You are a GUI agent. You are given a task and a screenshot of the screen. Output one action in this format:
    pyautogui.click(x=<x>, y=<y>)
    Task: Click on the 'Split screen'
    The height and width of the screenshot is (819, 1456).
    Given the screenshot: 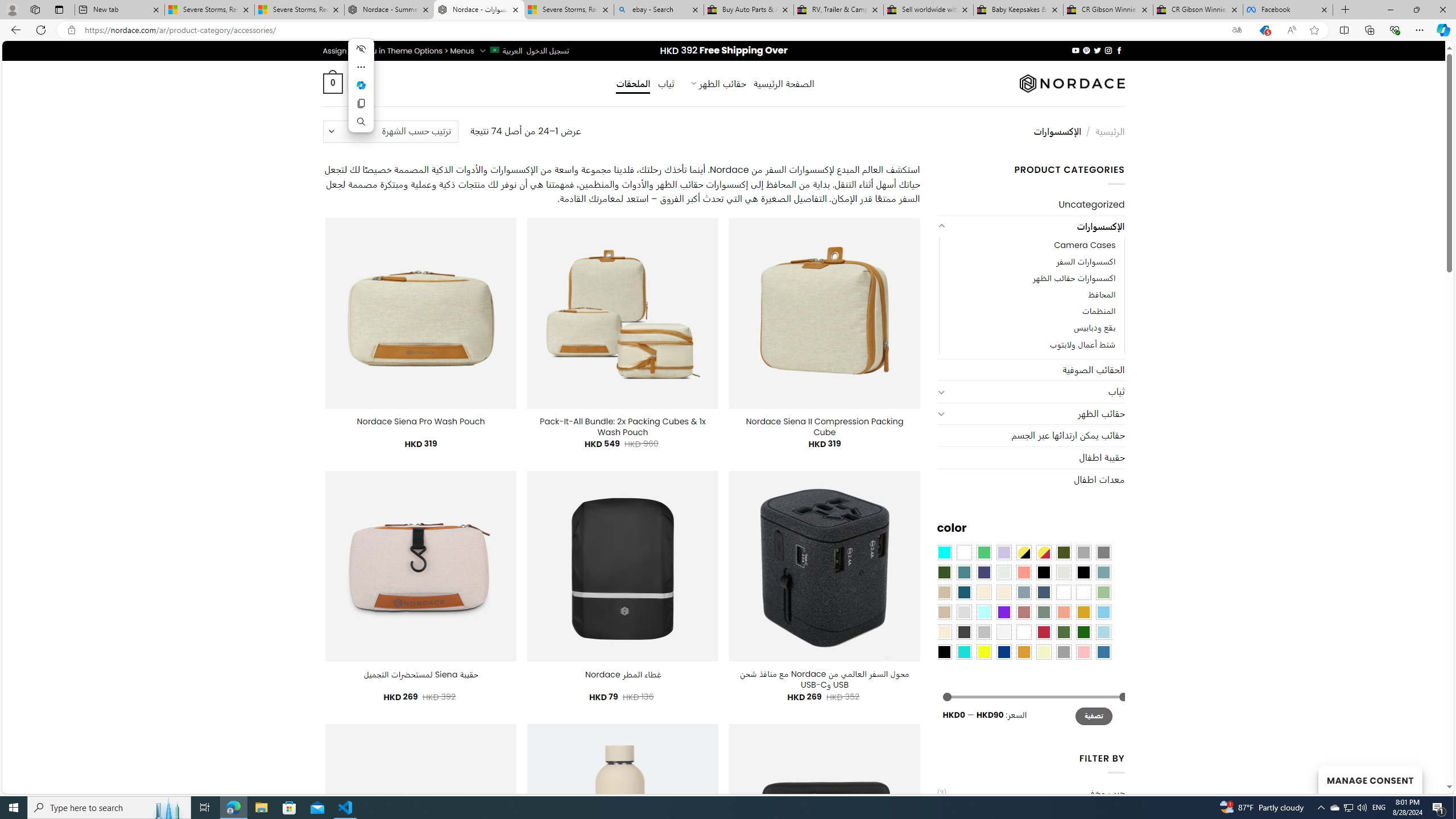 What is the action you would take?
    pyautogui.click(x=1345, y=29)
    